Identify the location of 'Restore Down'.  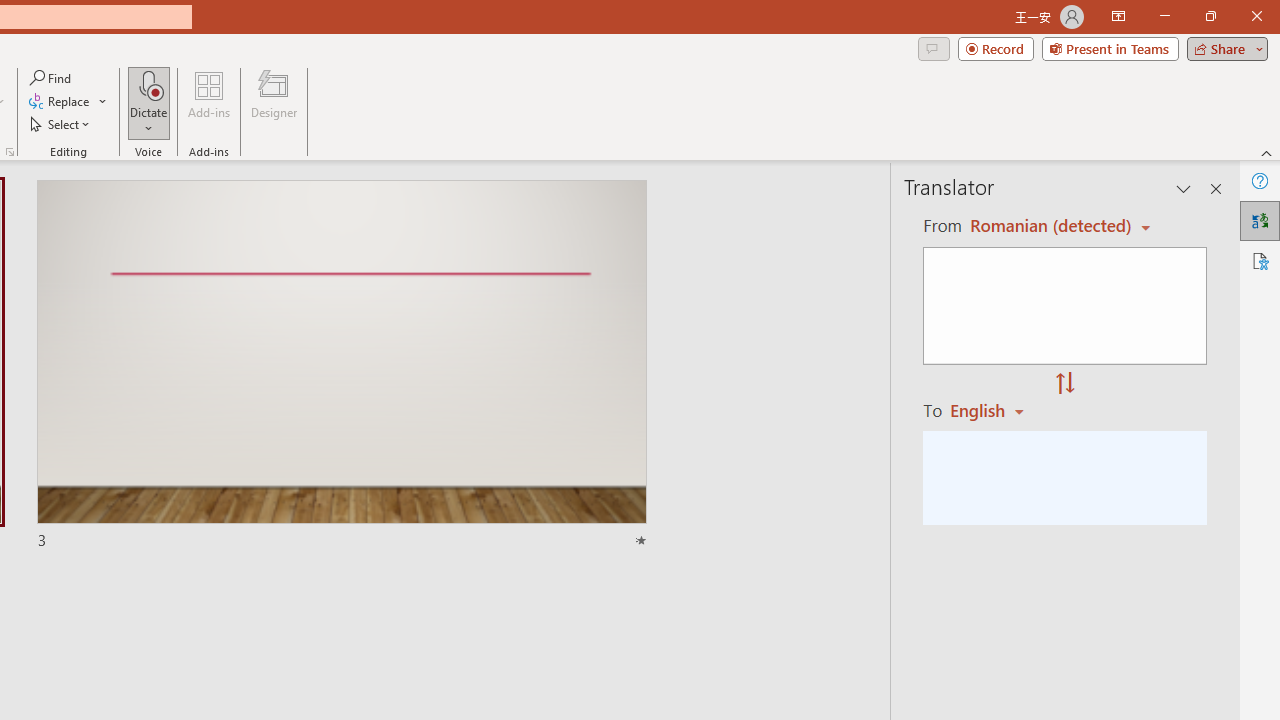
(1209, 16).